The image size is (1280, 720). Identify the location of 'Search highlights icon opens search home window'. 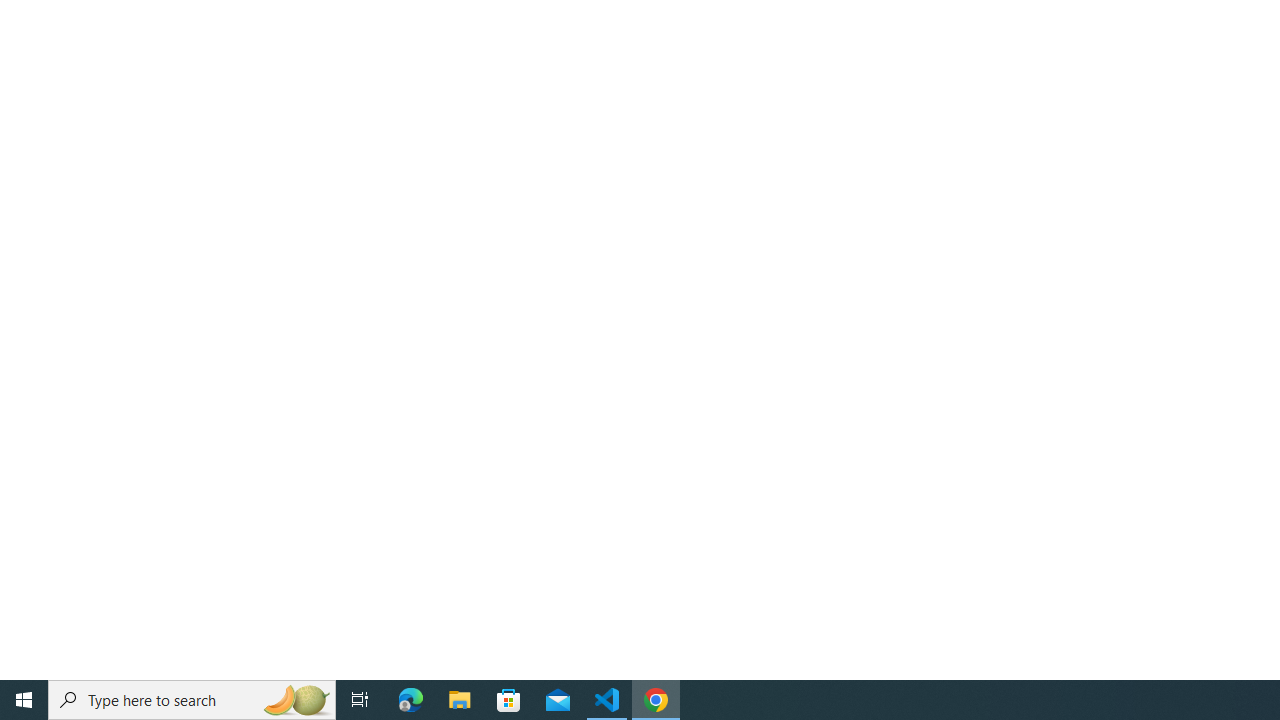
(294, 698).